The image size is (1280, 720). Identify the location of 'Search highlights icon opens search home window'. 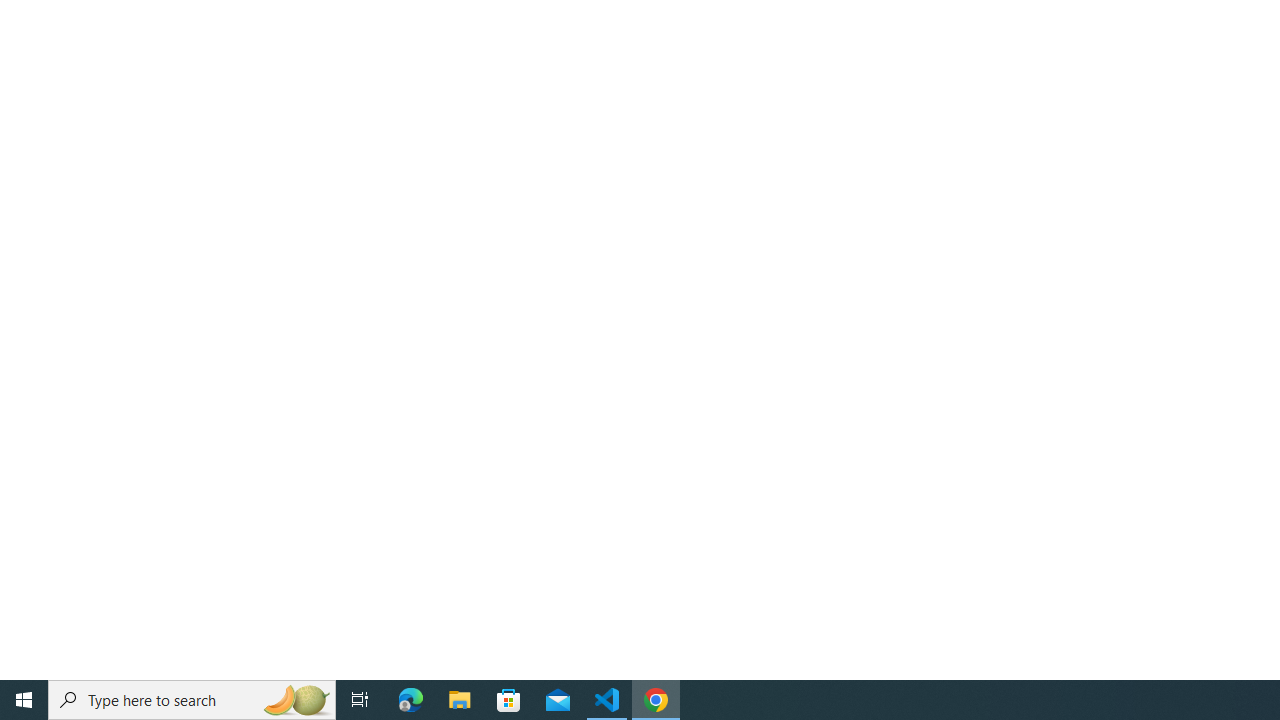
(294, 698).